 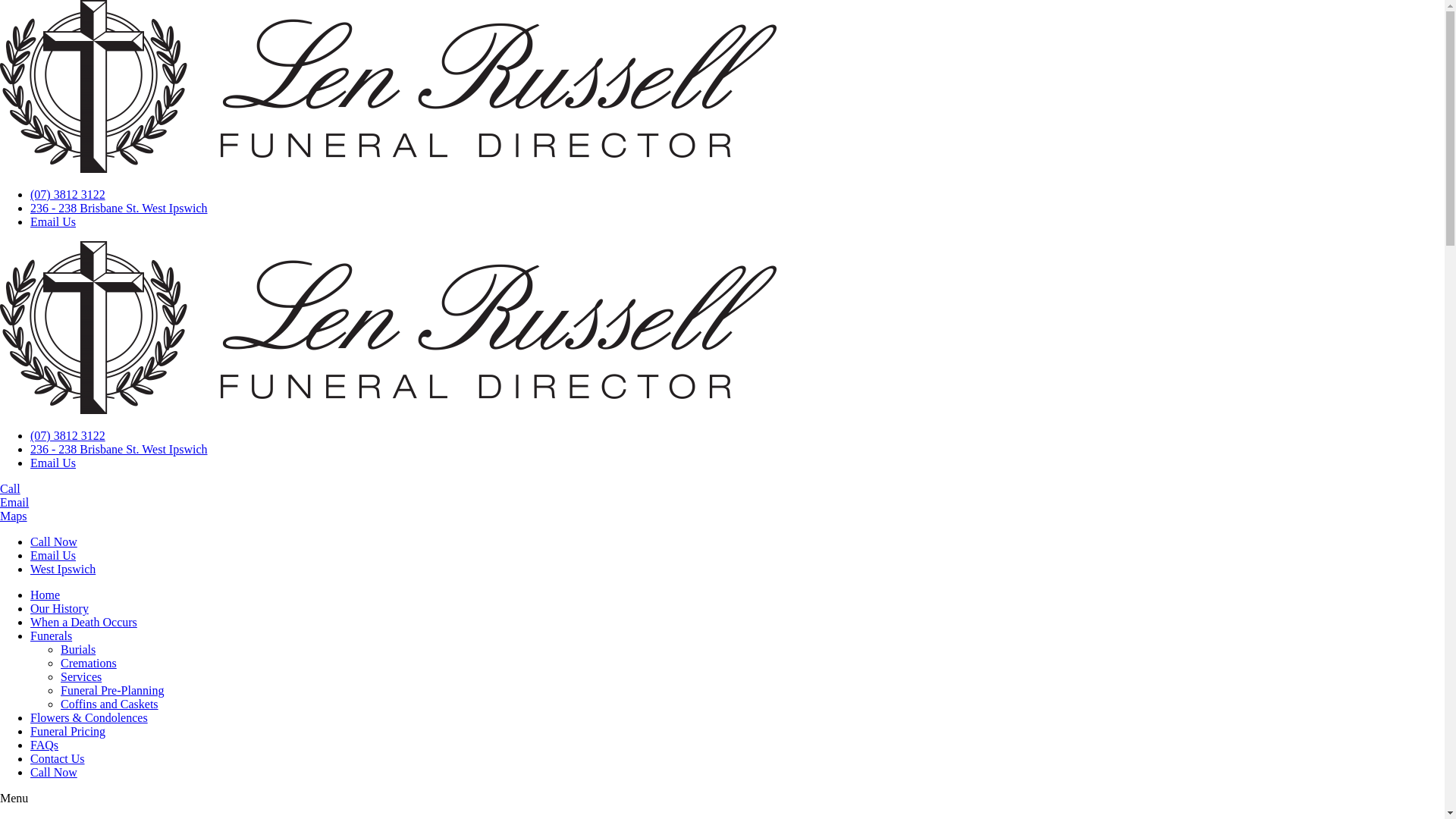 What do you see at coordinates (61, 569) in the screenshot?
I see `'West Ipswich'` at bounding box center [61, 569].